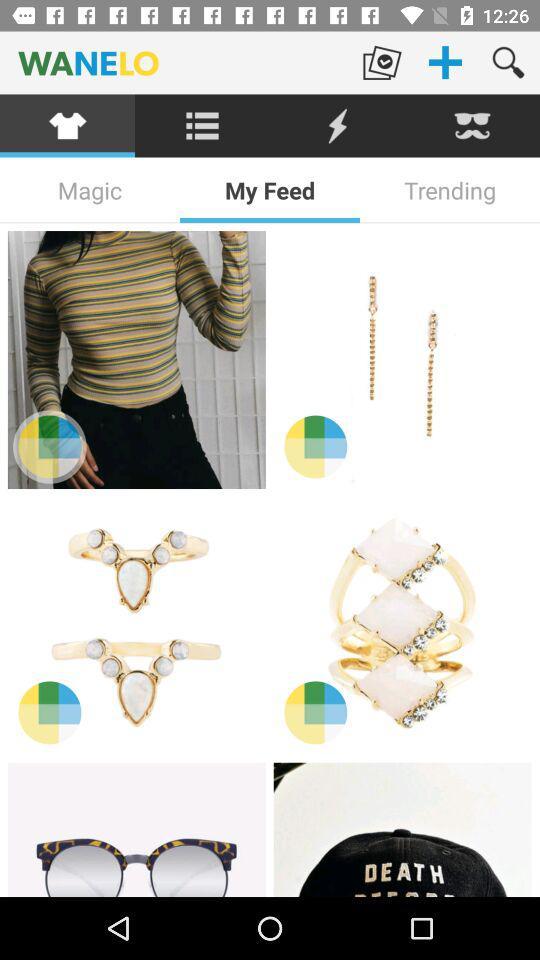 This screenshot has width=540, height=960. What do you see at coordinates (270, 190) in the screenshot?
I see `my feed` at bounding box center [270, 190].